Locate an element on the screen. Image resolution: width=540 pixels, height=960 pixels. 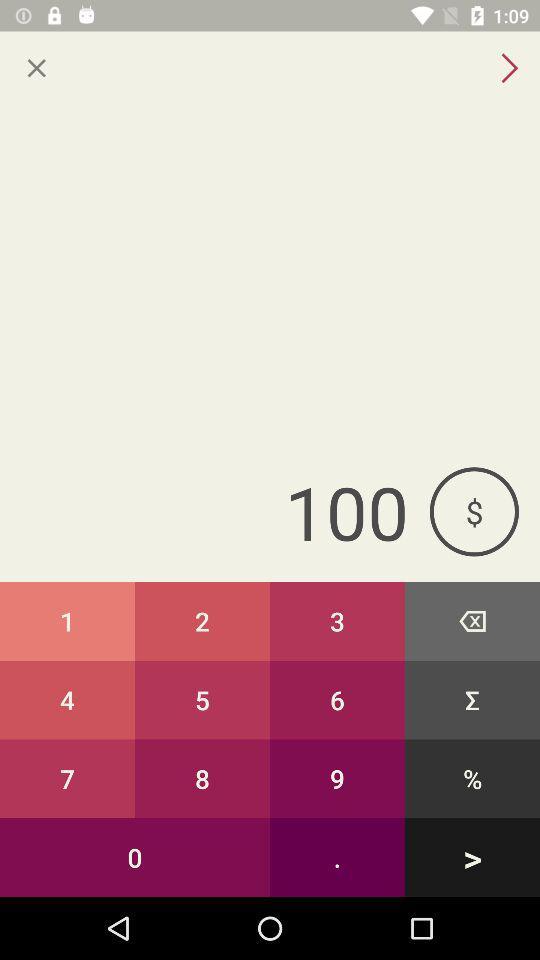
item to the right of 2 item is located at coordinates (337, 620).